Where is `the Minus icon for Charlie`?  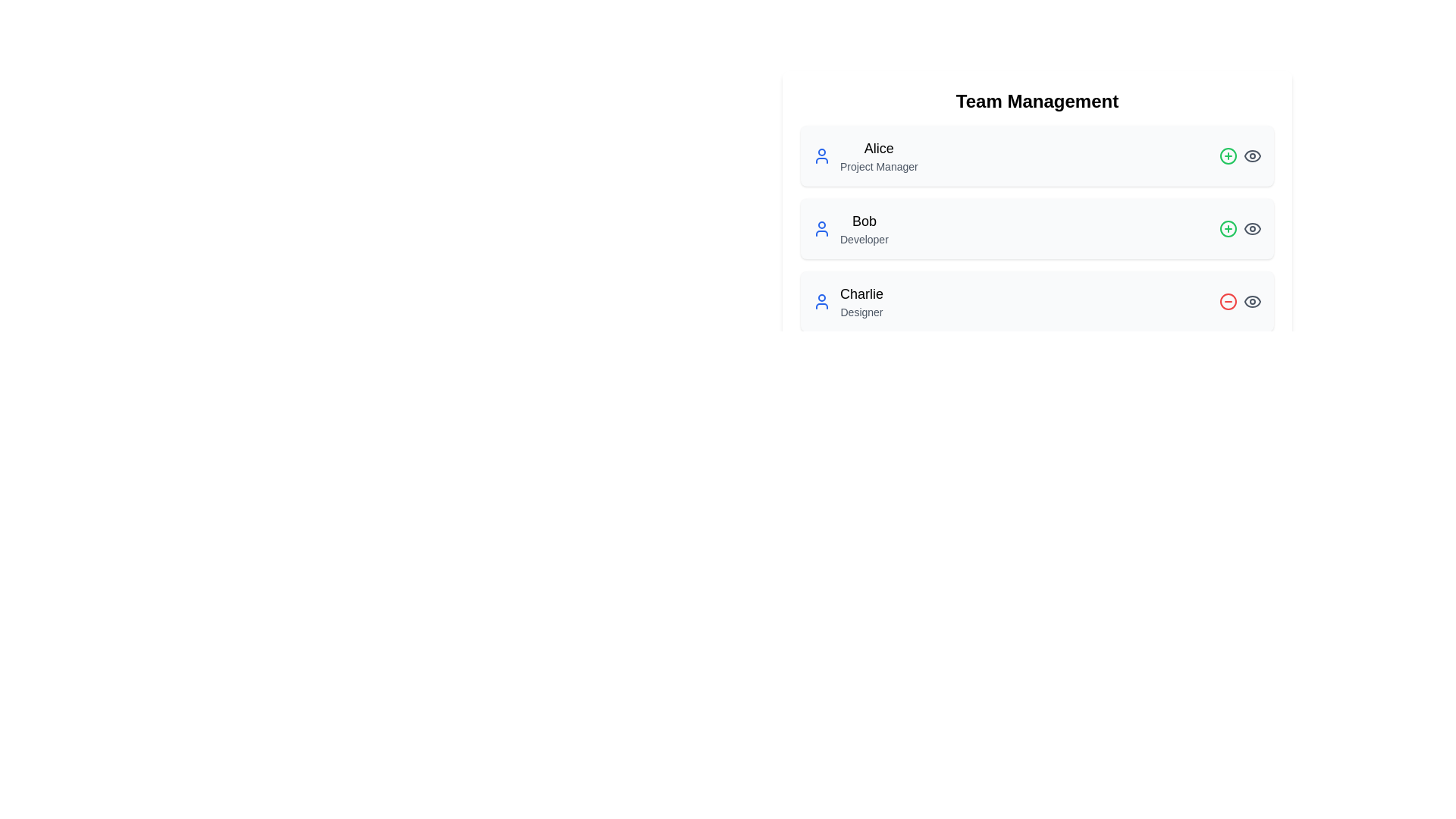 the Minus icon for Charlie is located at coordinates (1228, 301).